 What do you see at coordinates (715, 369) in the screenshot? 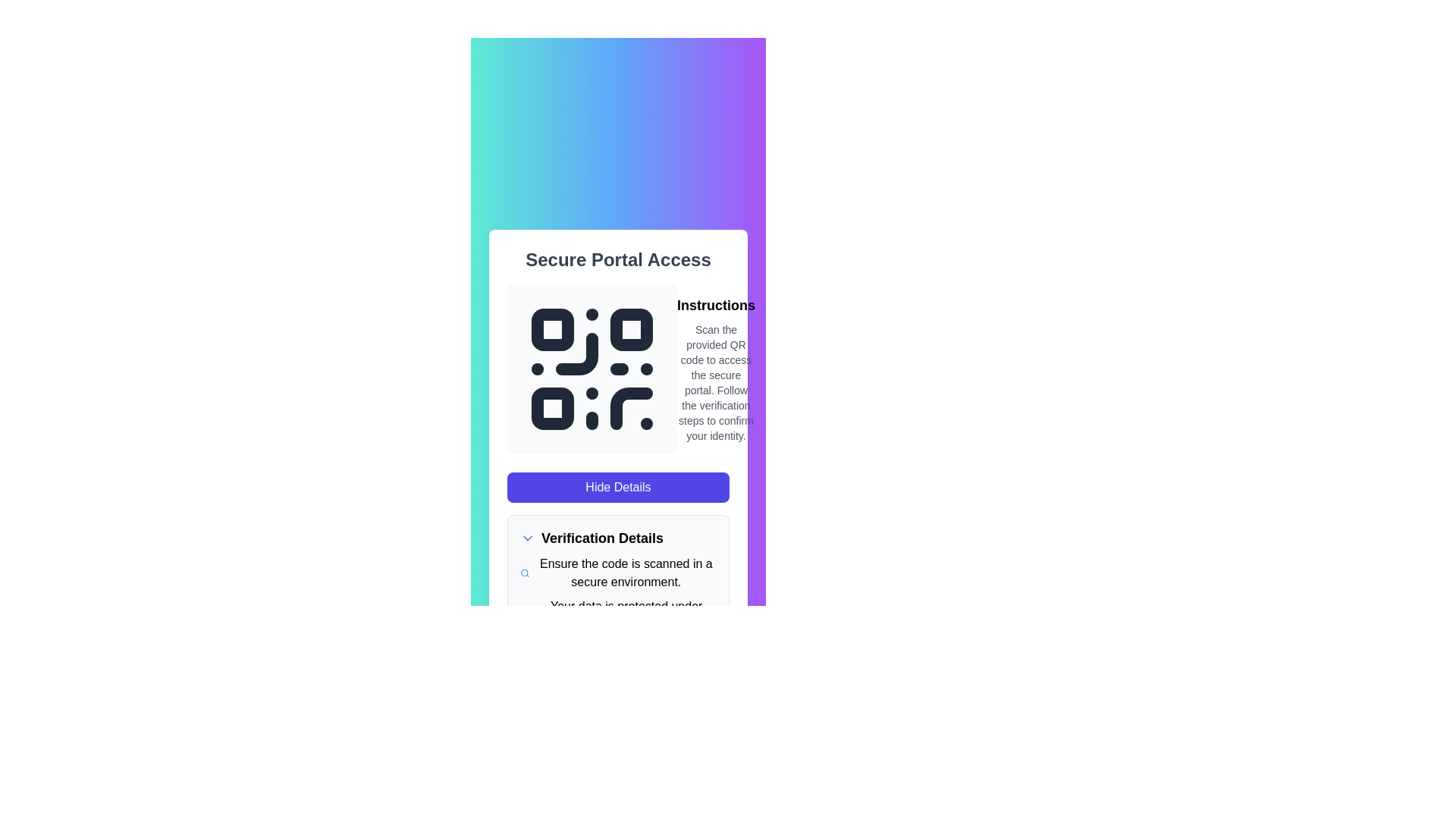
I see `text block labeled 'Instructions' that is located to the right of the displayed QR code for understanding` at bounding box center [715, 369].